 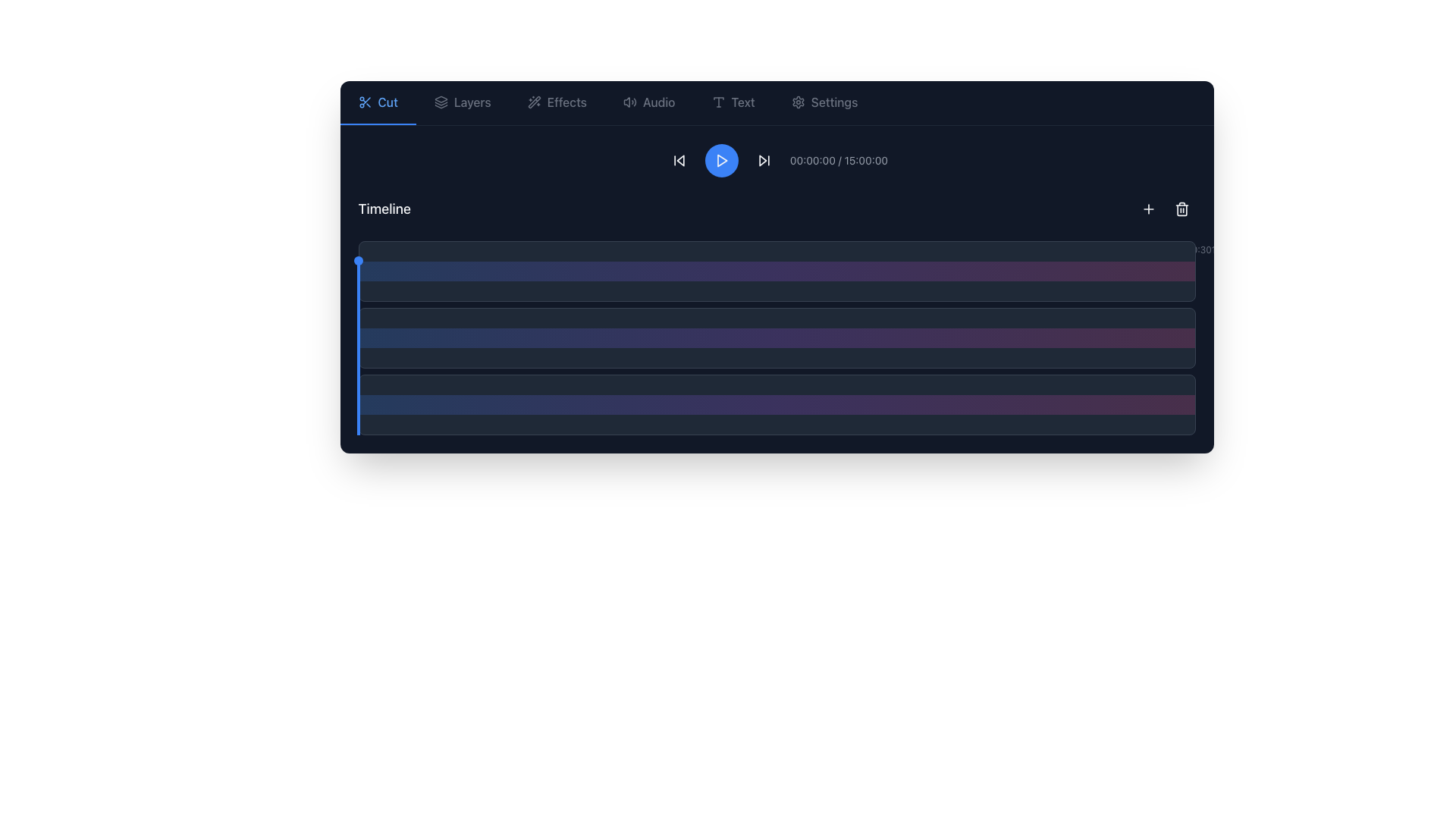 I want to click on the 'wand and sparkles' SVG icon located in the upper control area, so click(x=534, y=102).